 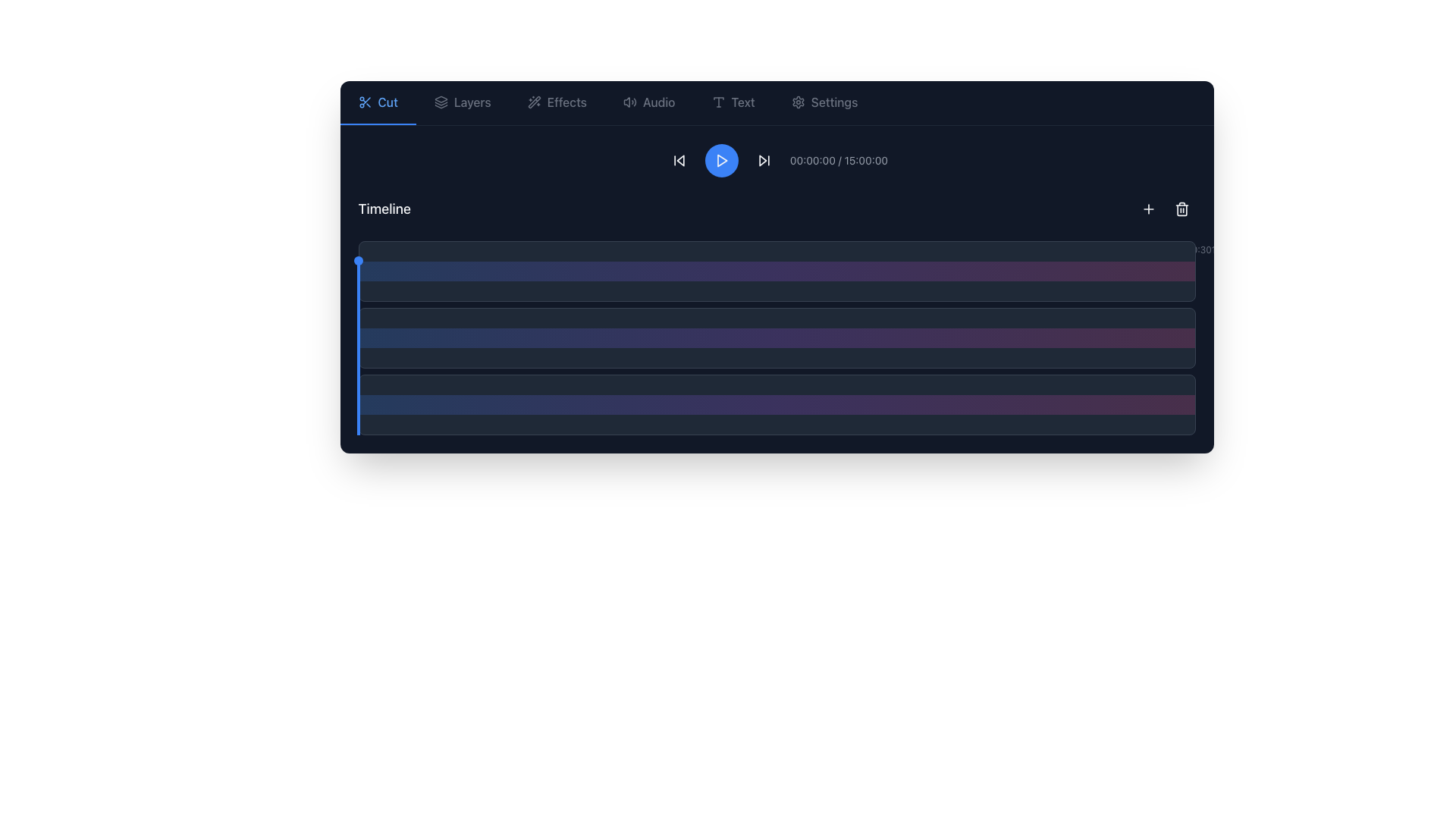 I want to click on the 'wand and sparkles' SVG icon located in the upper control area, so click(x=534, y=102).